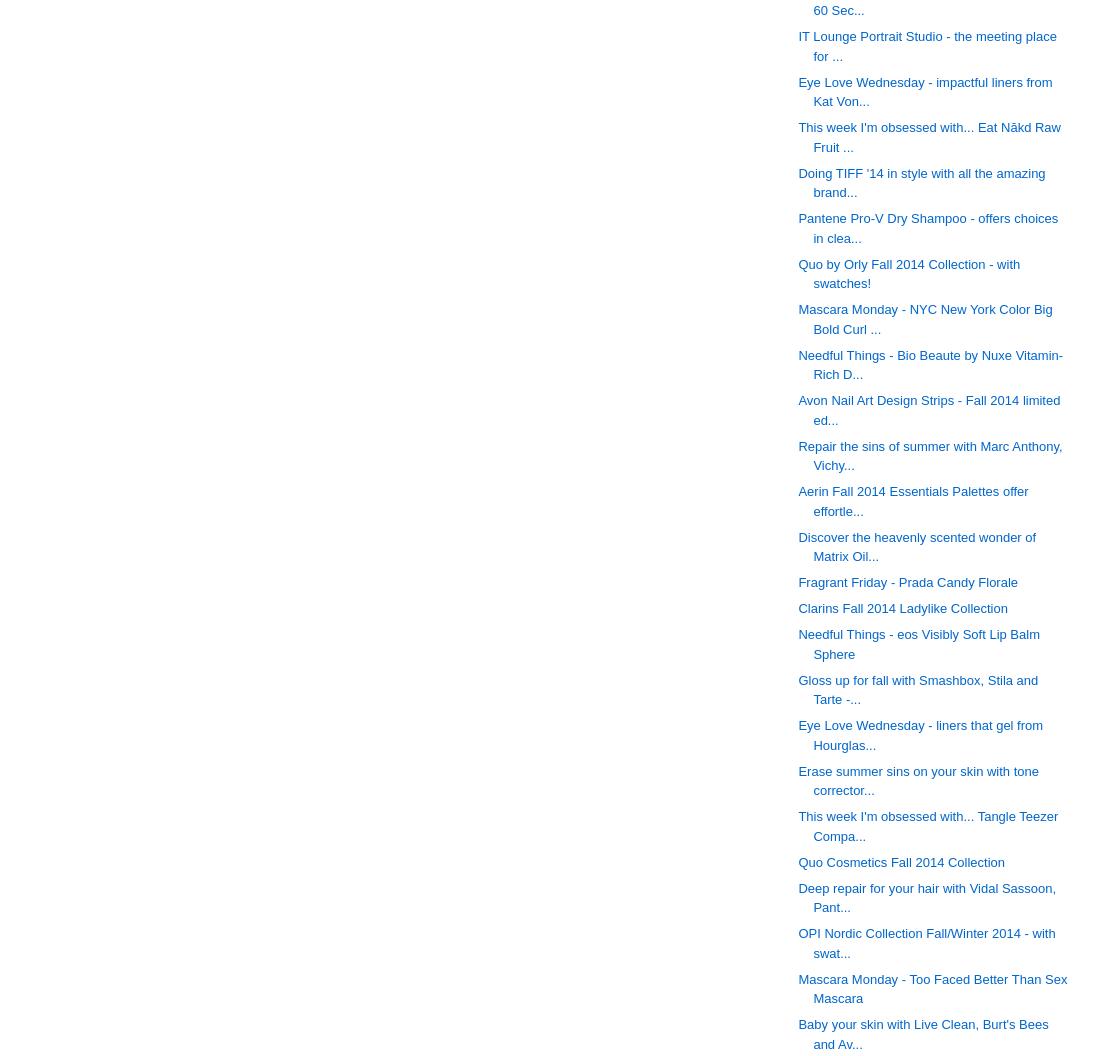 The width and height of the screenshot is (1100, 1056). Describe the element at coordinates (916, 546) in the screenshot. I see `'Discover the heavenly scented wonder of Matrix Oil...'` at that location.